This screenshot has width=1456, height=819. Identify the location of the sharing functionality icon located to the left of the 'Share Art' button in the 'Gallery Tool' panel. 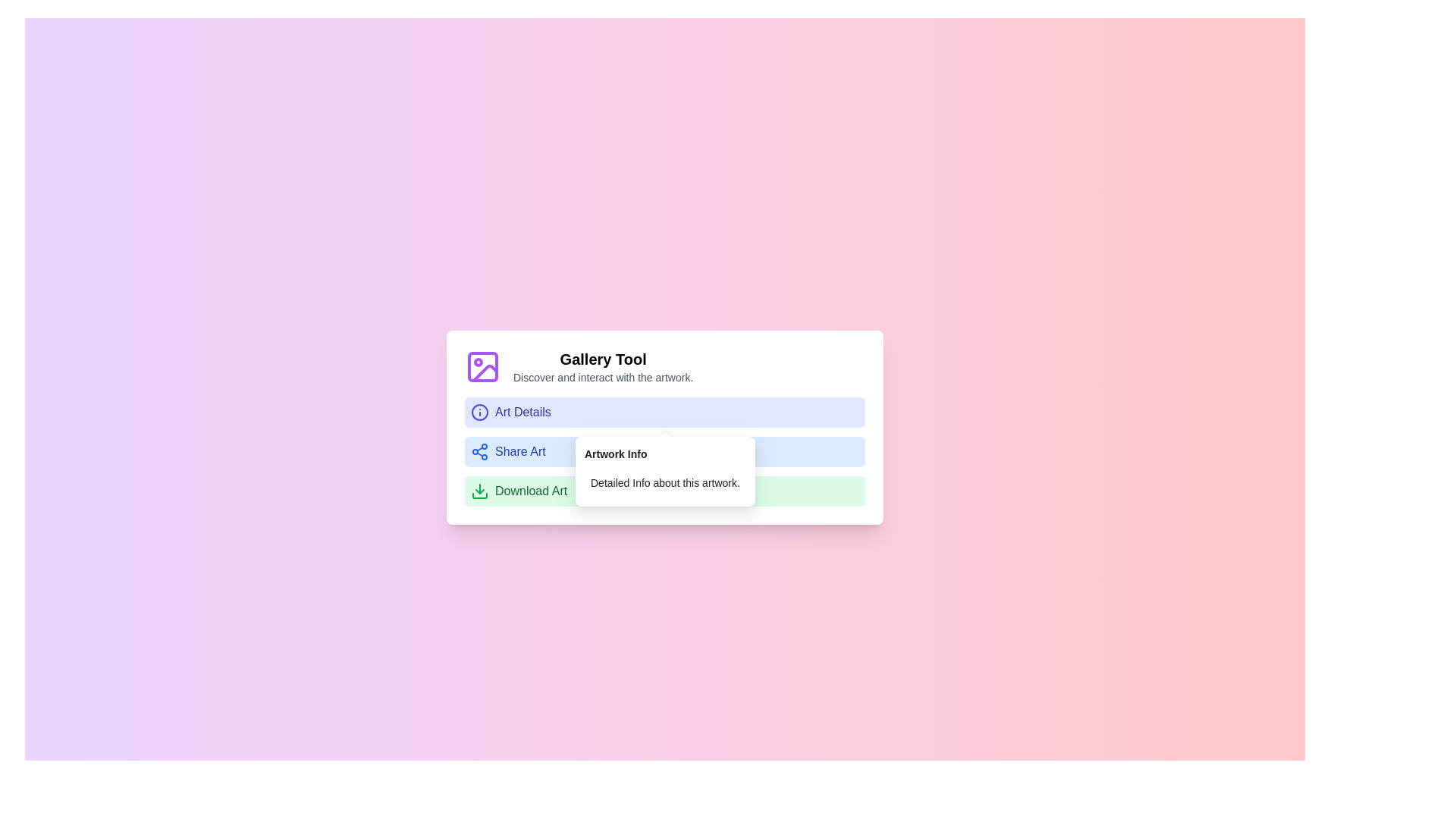
(479, 451).